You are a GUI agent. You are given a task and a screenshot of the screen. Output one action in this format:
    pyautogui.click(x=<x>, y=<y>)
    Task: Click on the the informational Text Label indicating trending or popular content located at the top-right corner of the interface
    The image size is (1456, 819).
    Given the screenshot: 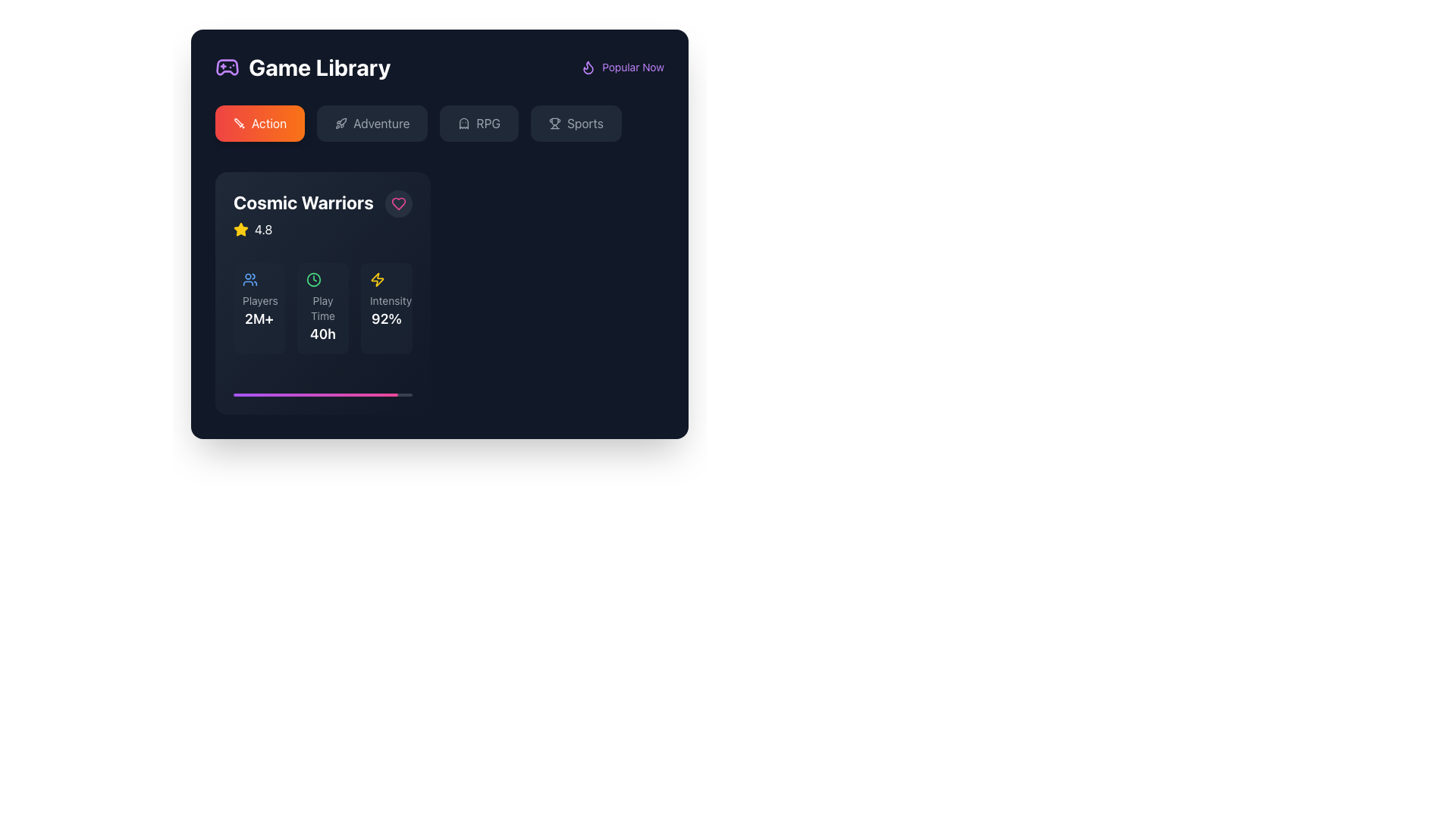 What is the action you would take?
    pyautogui.click(x=633, y=66)
    